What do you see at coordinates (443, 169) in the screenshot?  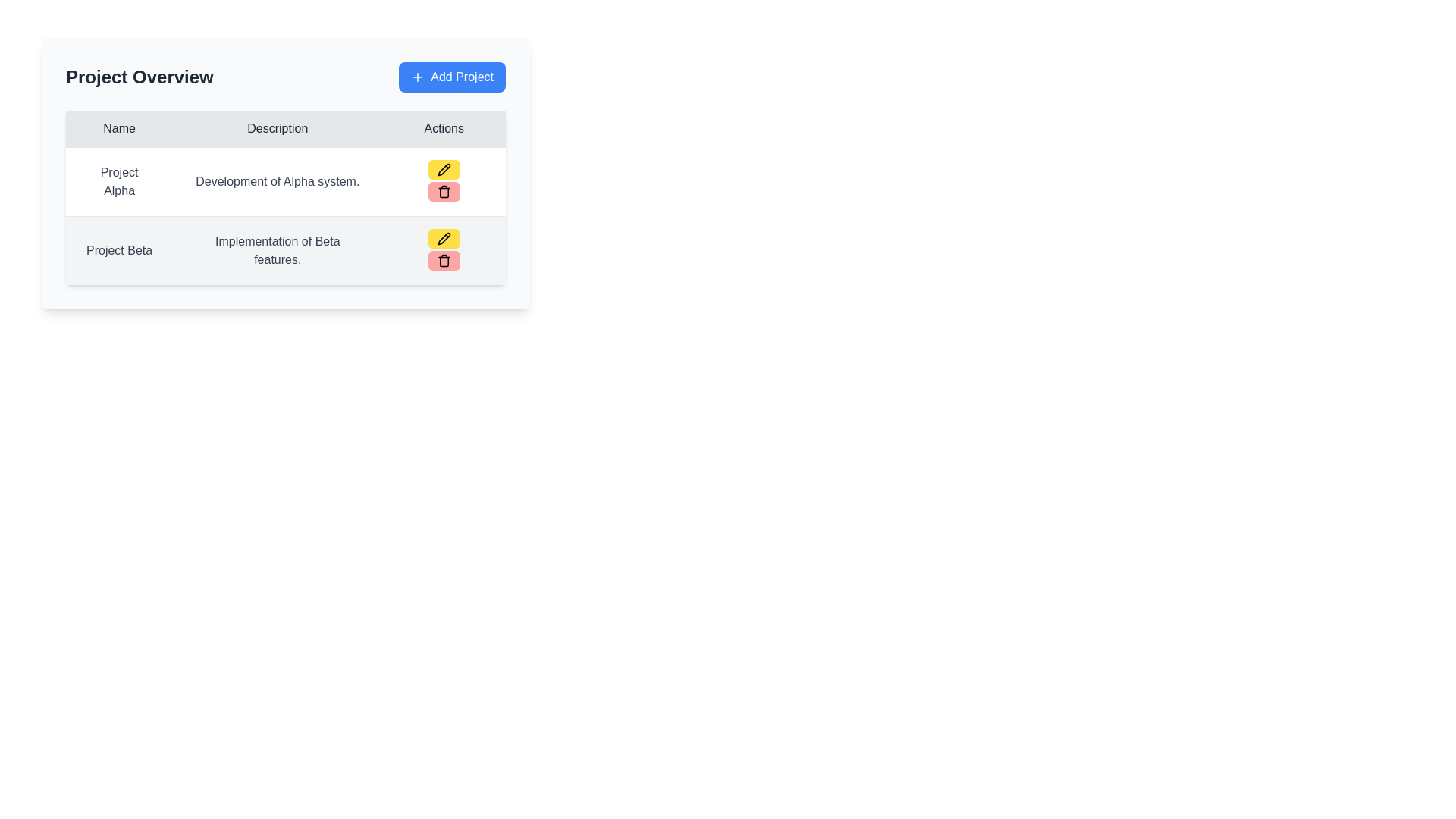 I see `the edit button located in the 'Actions' column of the first row in the table for the 'Project Alpha' entry to initiate editing` at bounding box center [443, 169].